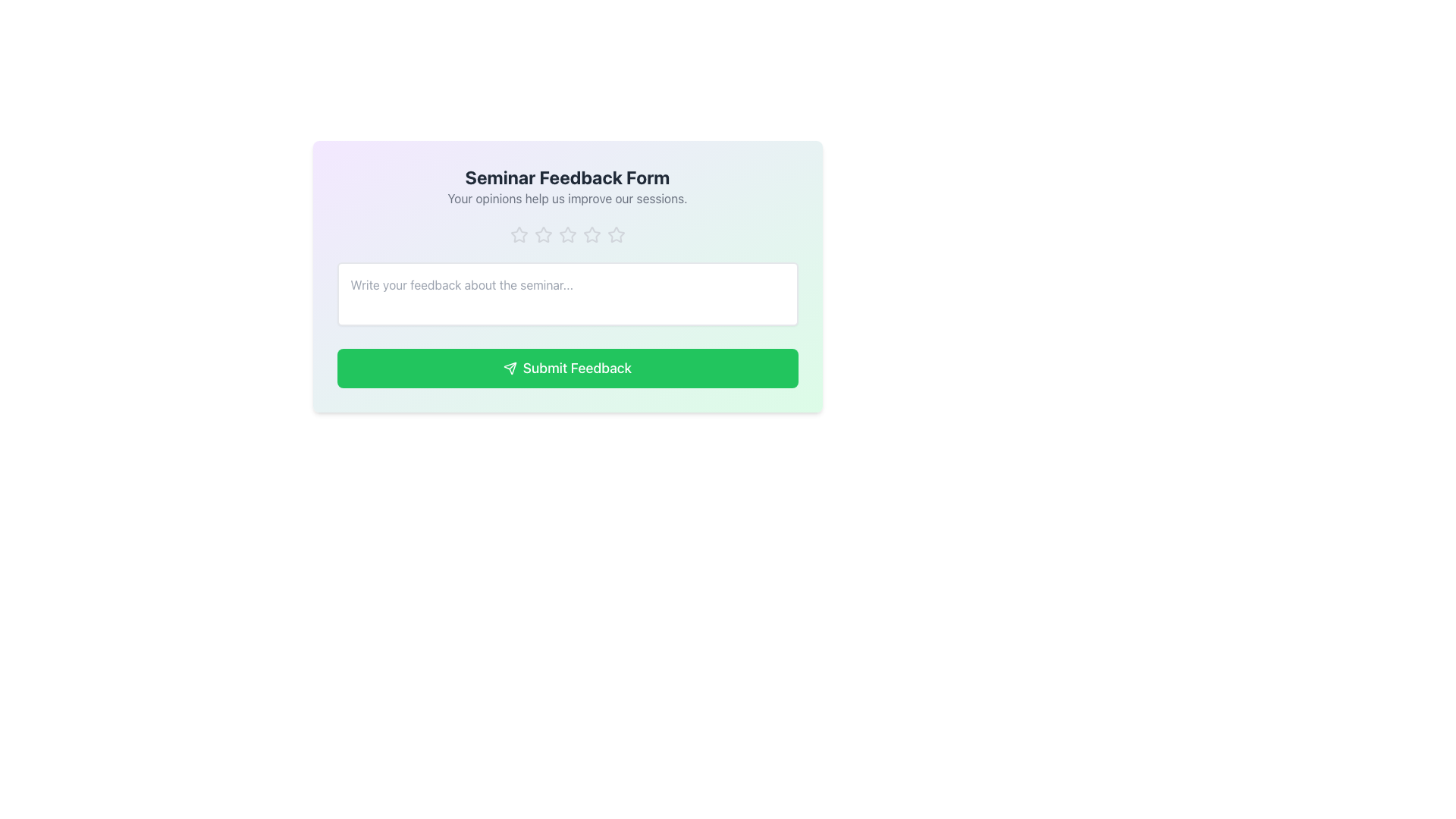  What do you see at coordinates (591, 234) in the screenshot?
I see `from the fourth star in the rating sequence` at bounding box center [591, 234].